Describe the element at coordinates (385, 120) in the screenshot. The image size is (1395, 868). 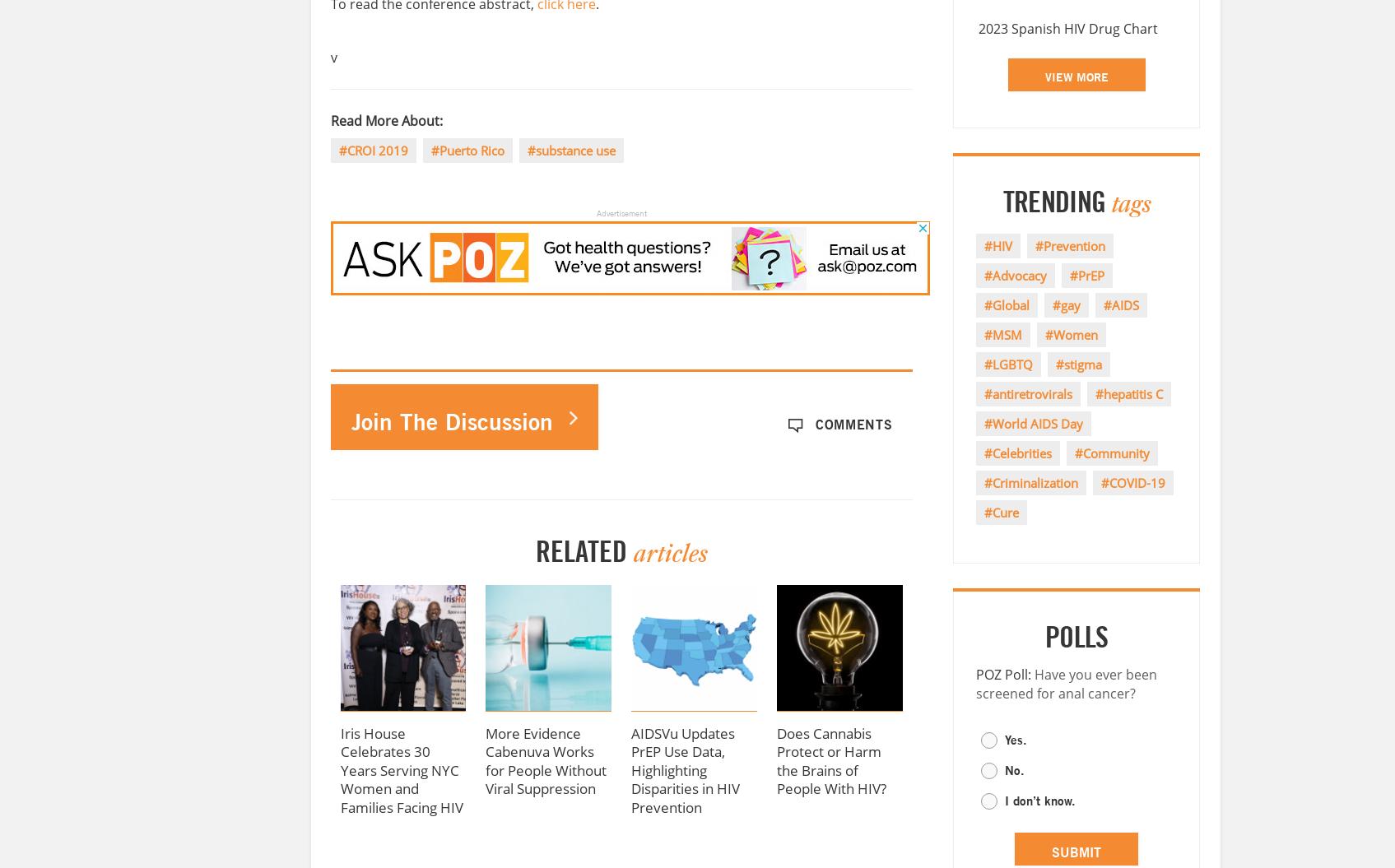
I see `'Read More About:'` at that location.